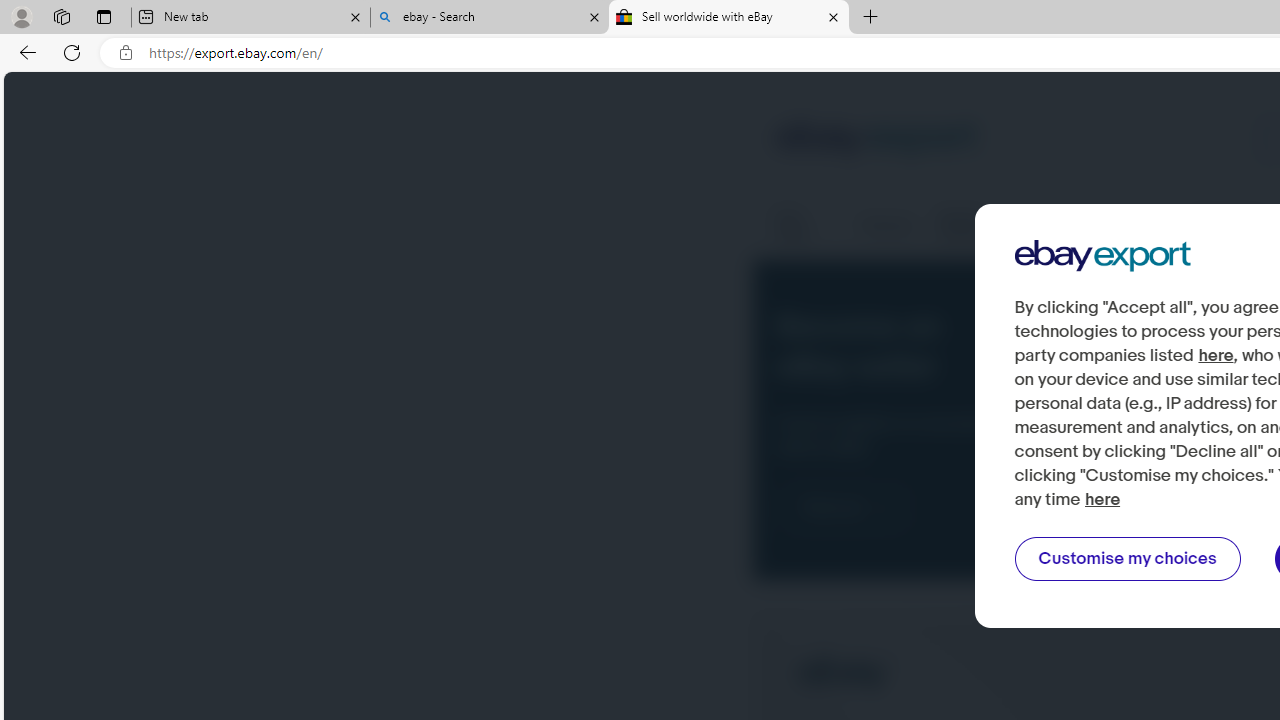 This screenshot has width=1280, height=720. Describe the element at coordinates (728, 17) in the screenshot. I see `'Sell worldwide with eBay'` at that location.